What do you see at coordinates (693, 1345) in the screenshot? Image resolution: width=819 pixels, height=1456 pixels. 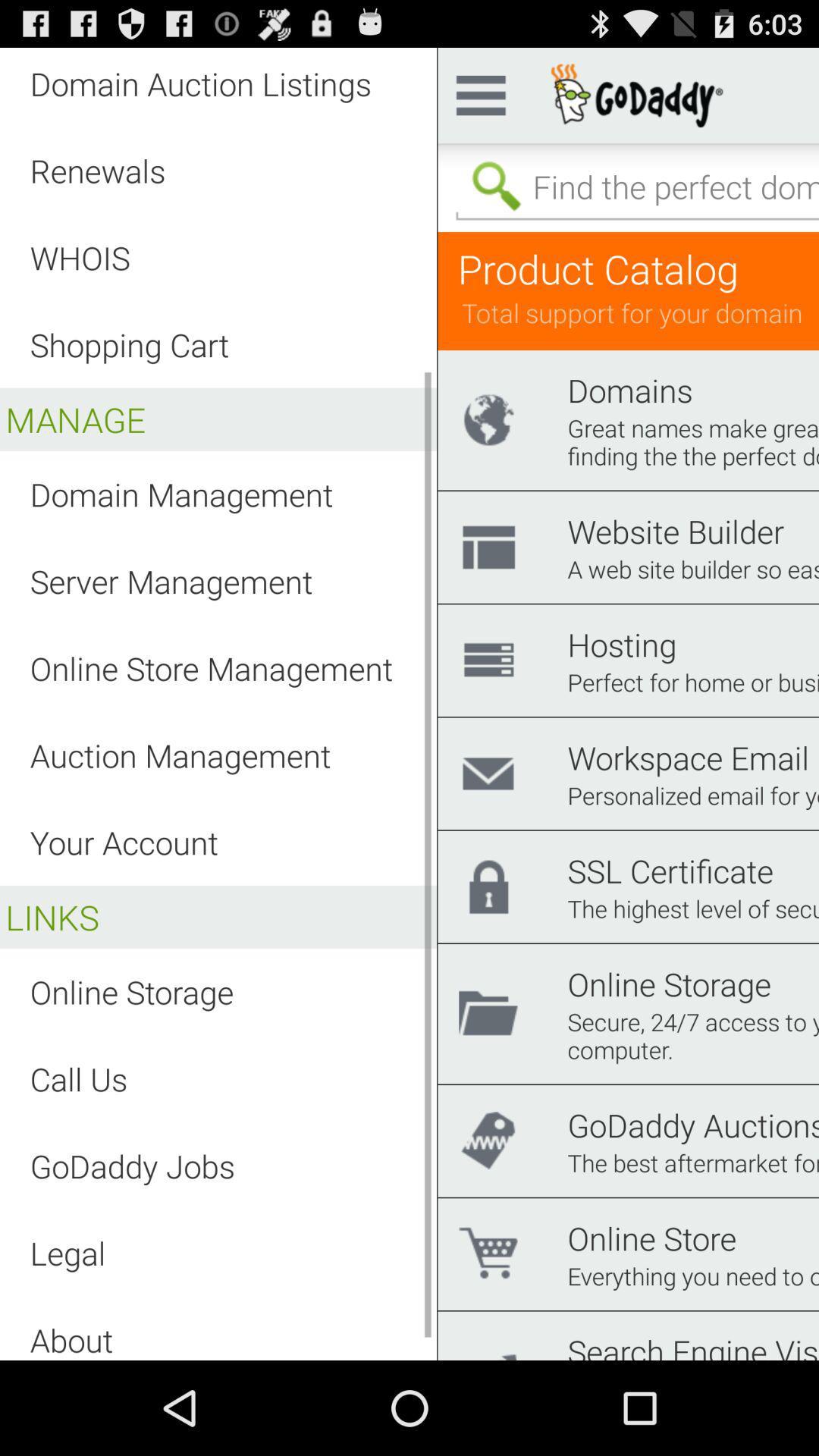 I see `the search engine visibility` at bounding box center [693, 1345].